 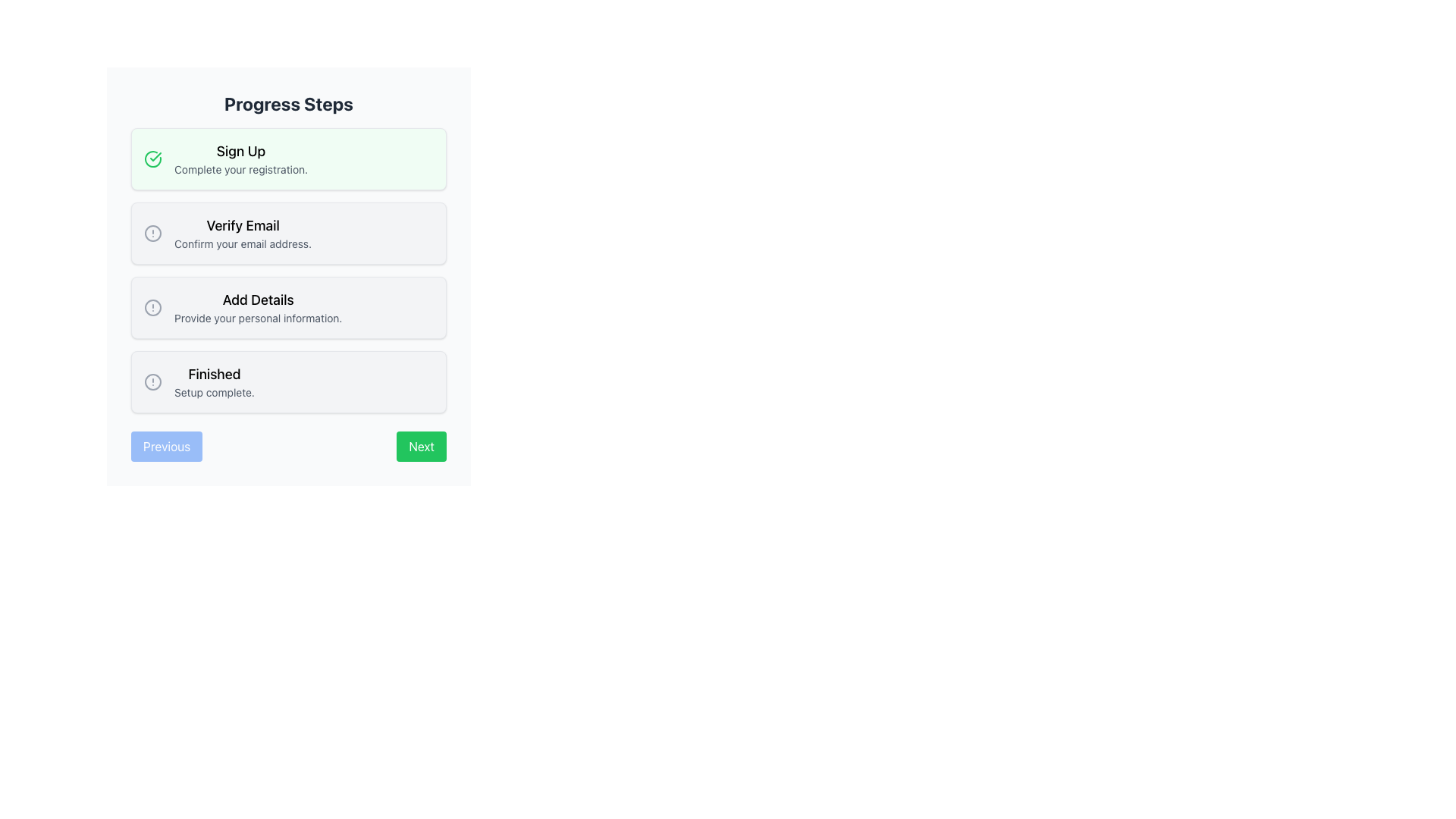 I want to click on the first Status card or step indicator that indicates the completion of the 'Sign Up' process, located at the top of the vertical list of similar cards, so click(x=288, y=158).